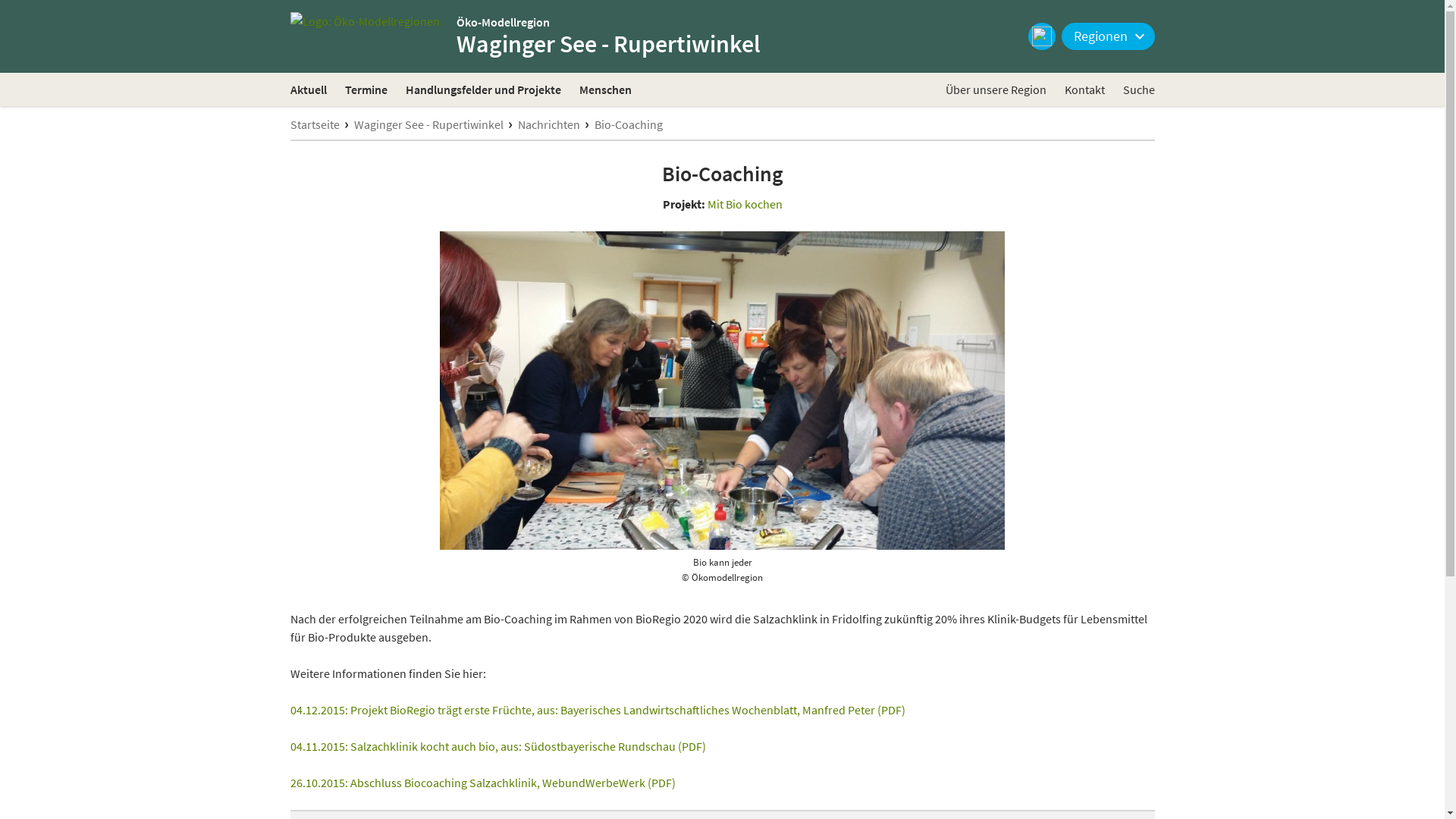 The height and width of the screenshot is (819, 1456). Describe the element at coordinates (313, 124) in the screenshot. I see `'Startseite'` at that location.